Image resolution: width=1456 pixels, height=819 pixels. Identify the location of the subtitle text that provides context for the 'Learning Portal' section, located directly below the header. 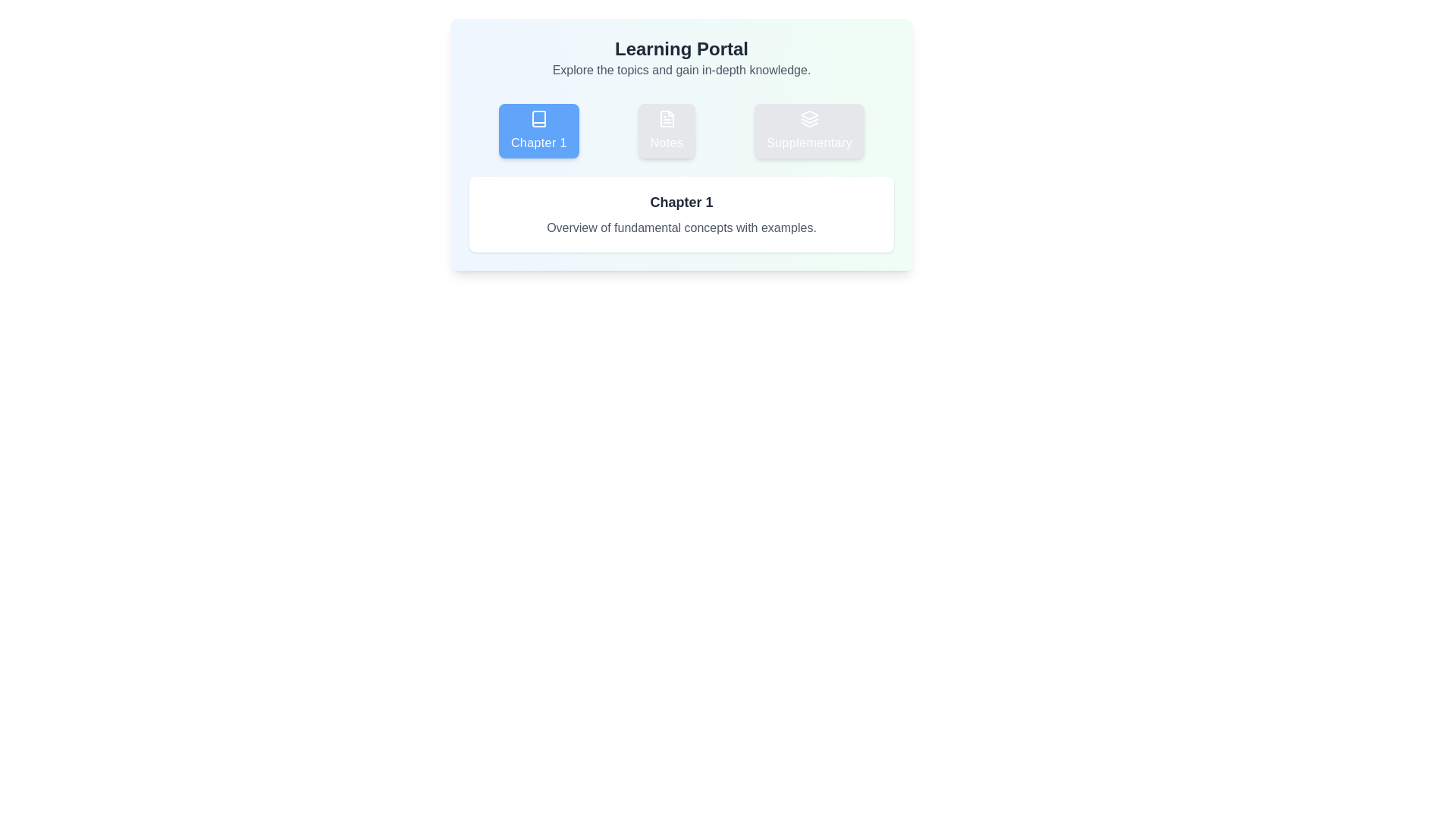
(680, 70).